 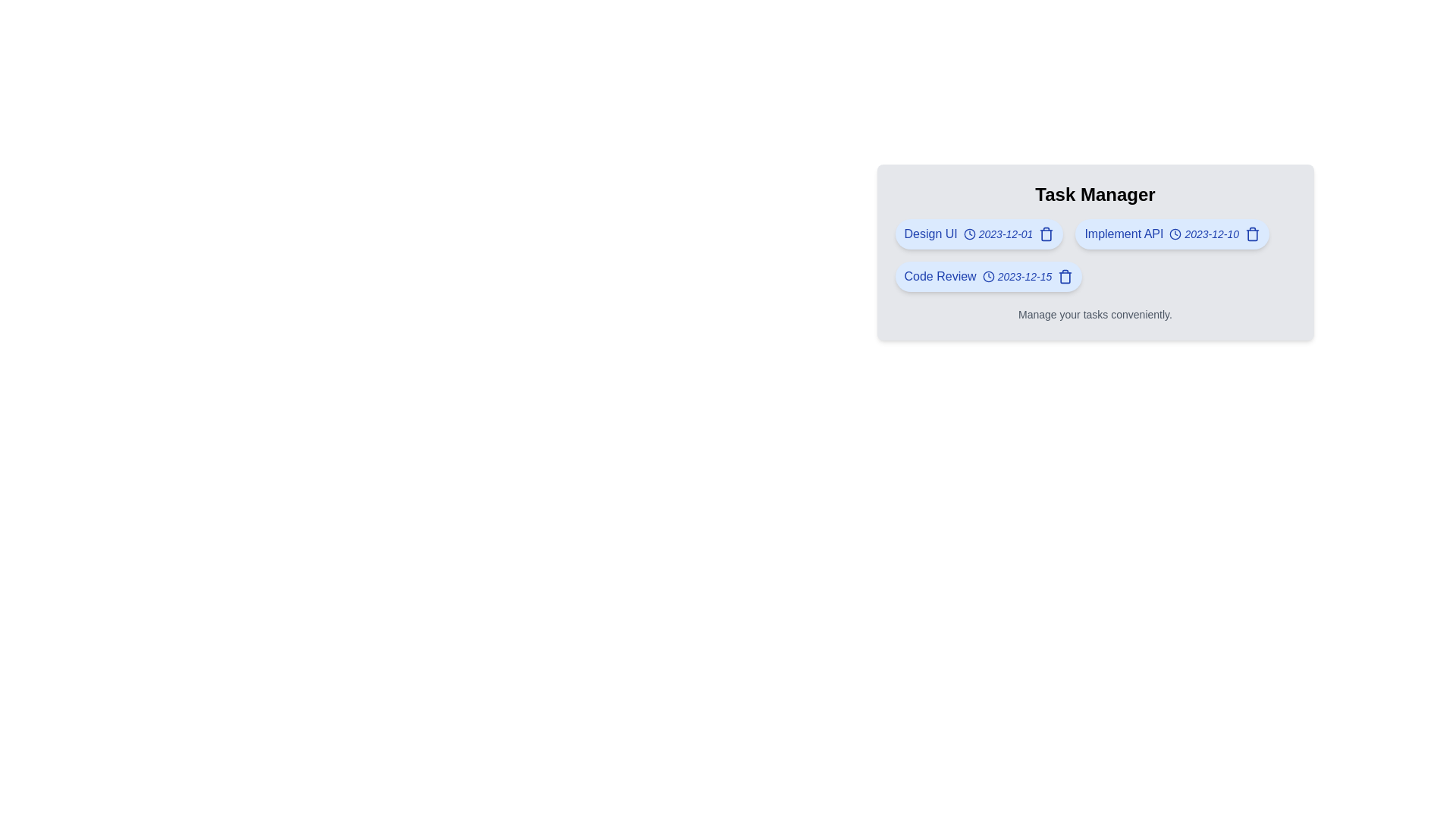 I want to click on the task chip labeled 'Code Review' to view its deadline, so click(x=988, y=277).